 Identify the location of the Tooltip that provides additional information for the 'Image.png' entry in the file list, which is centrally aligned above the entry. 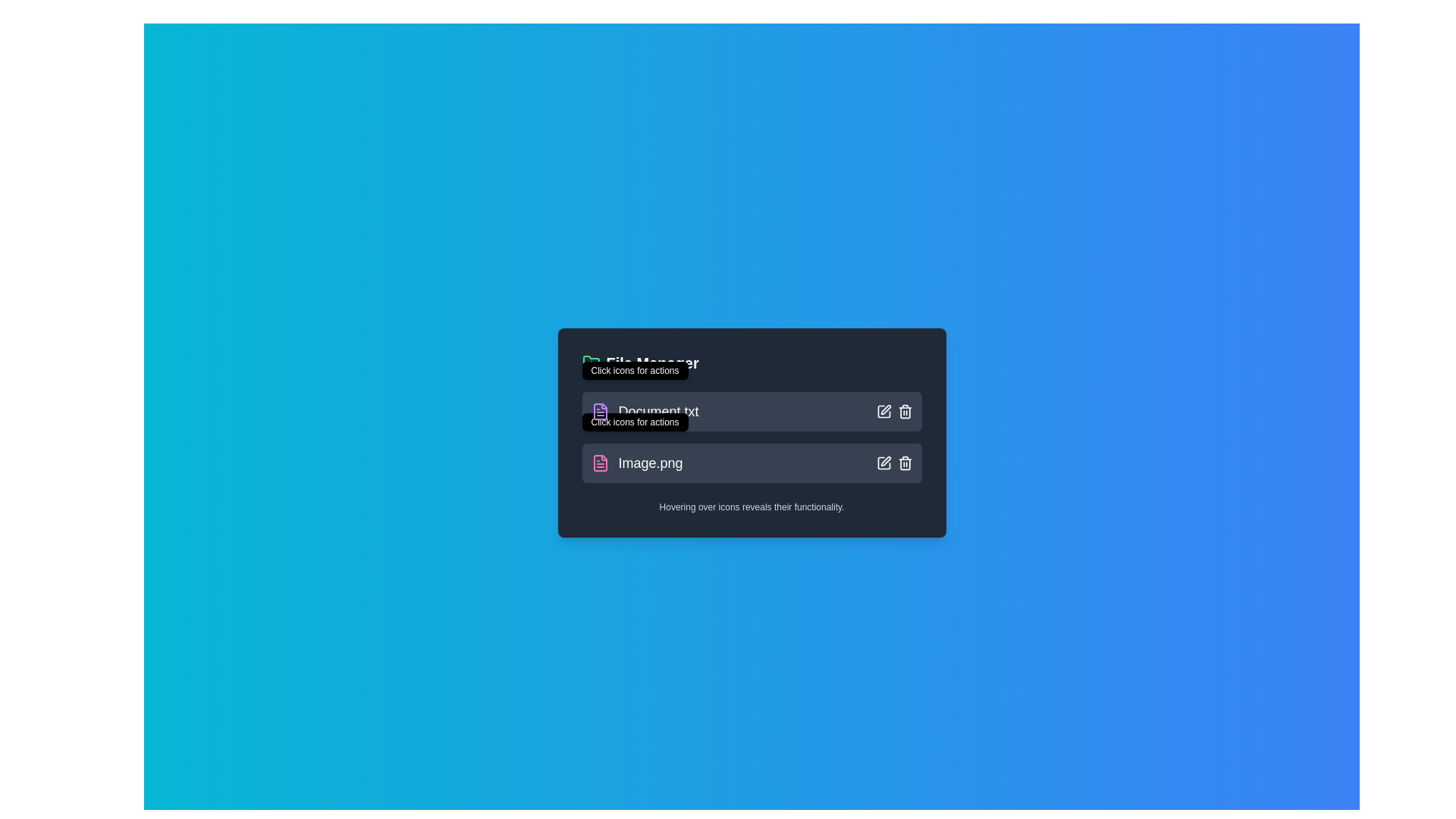
(635, 422).